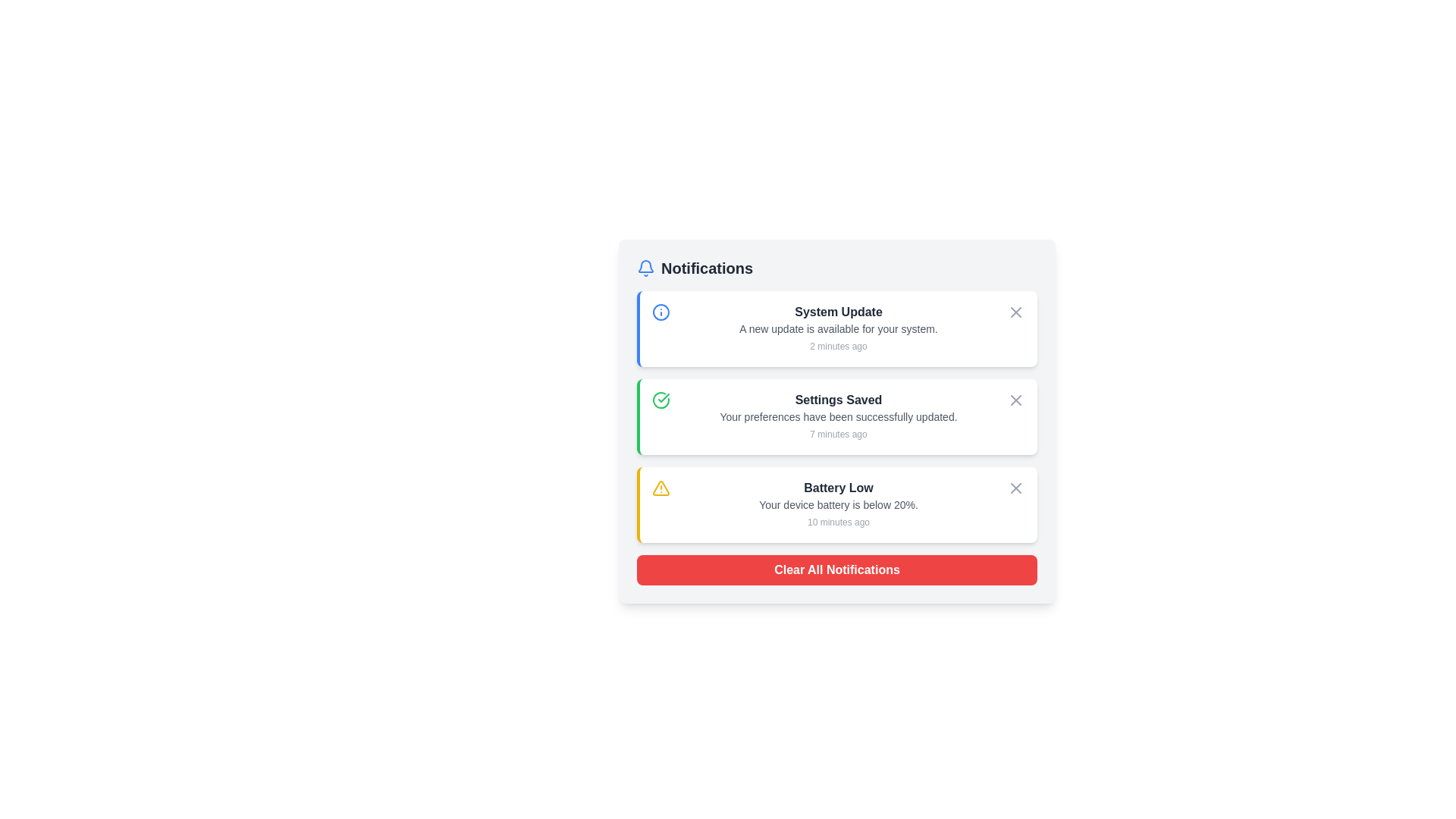 The height and width of the screenshot is (819, 1456). What do you see at coordinates (837, 522) in the screenshot?
I see `the text content of the Text Label that informs the user about the time elapsed since the notification was generated, located within the 'Battery Low' notification card` at bounding box center [837, 522].